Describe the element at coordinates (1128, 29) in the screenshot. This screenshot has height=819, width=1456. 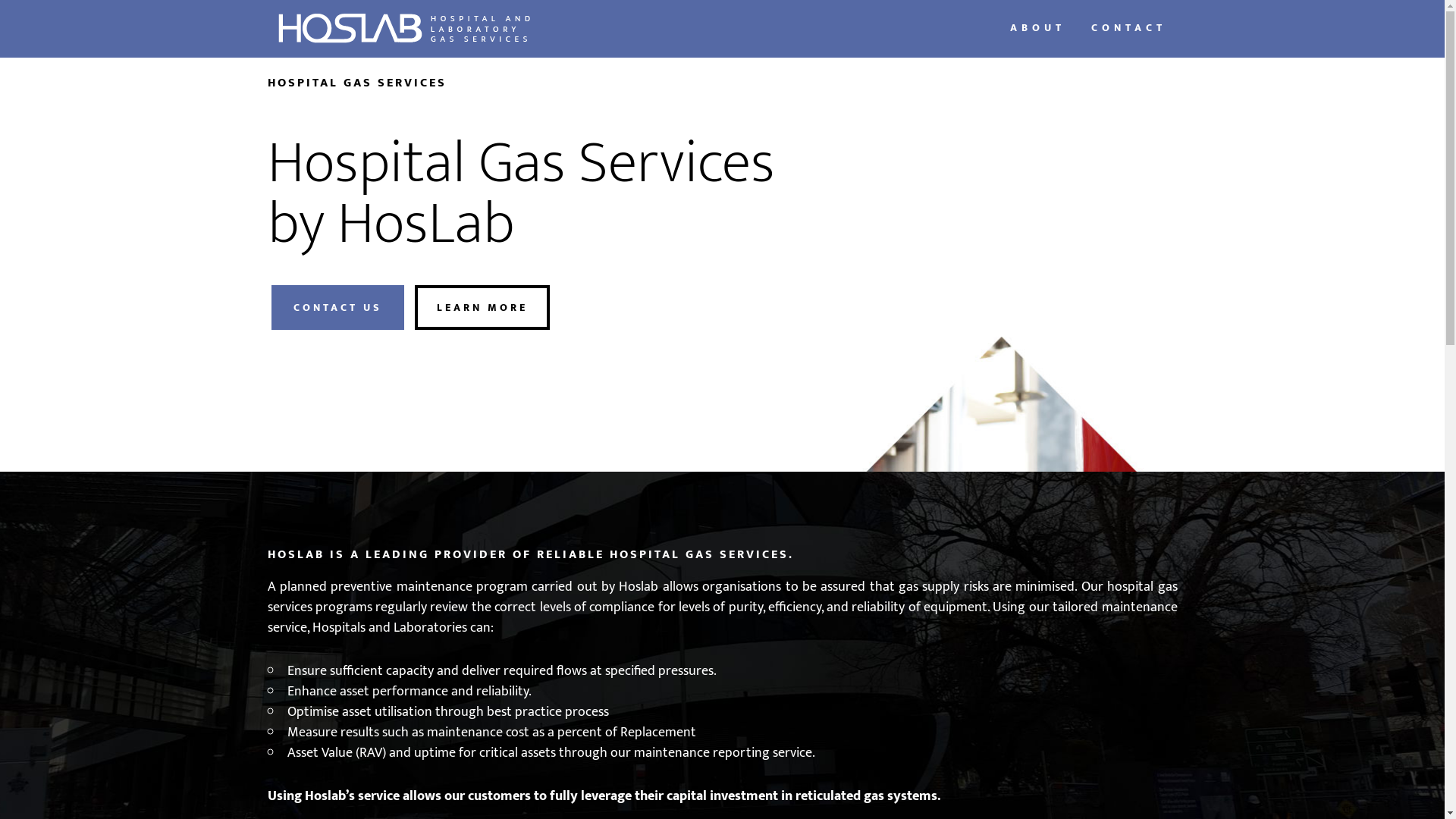
I see `'CONTACT'` at that location.